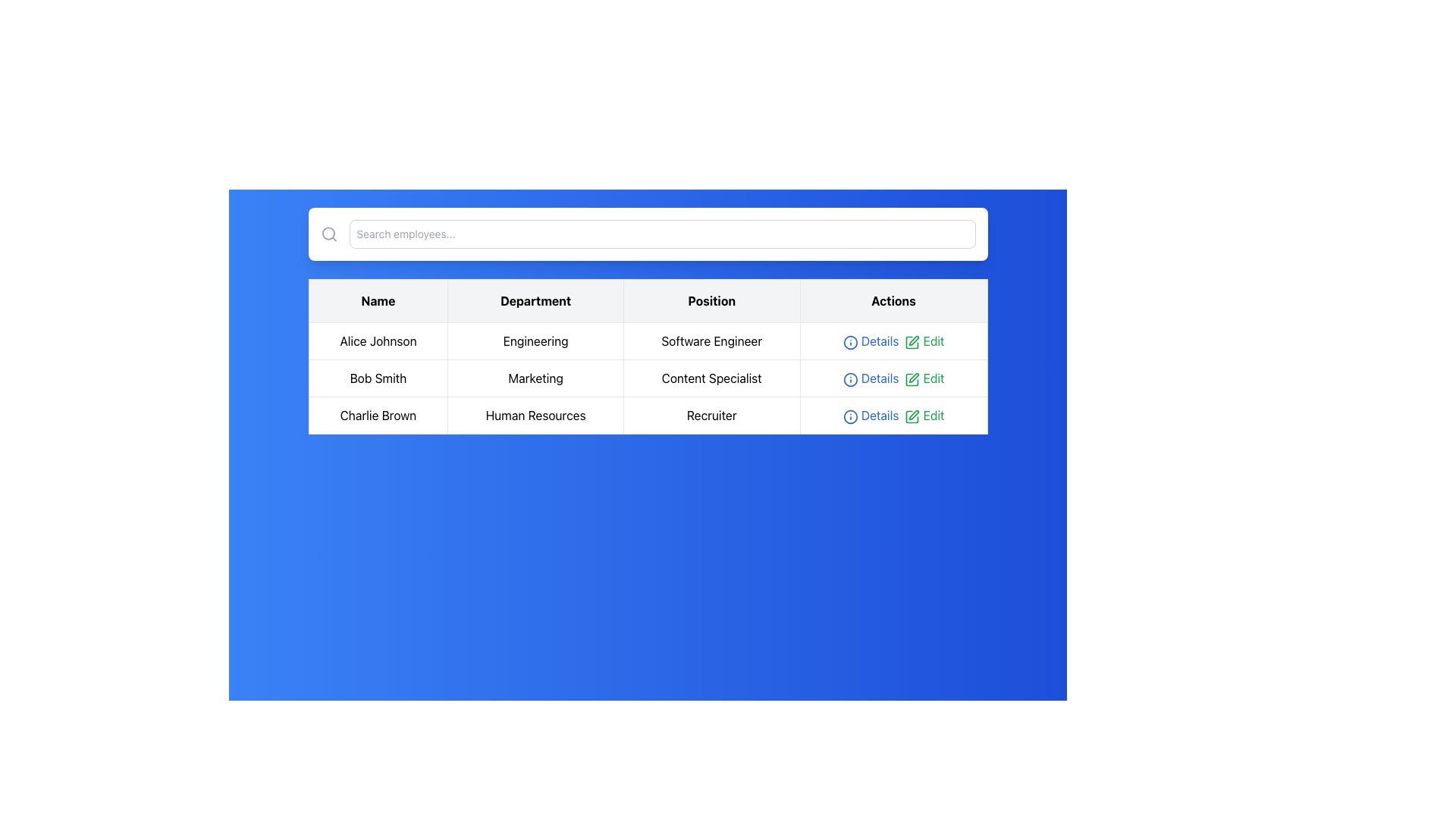 This screenshot has height=819, width=1456. Describe the element at coordinates (912, 416) in the screenshot. I see `the 'Edit' SVG icon located in the 'Actions' column of the table for the row corresponding to 'Charlie Brown'` at that location.